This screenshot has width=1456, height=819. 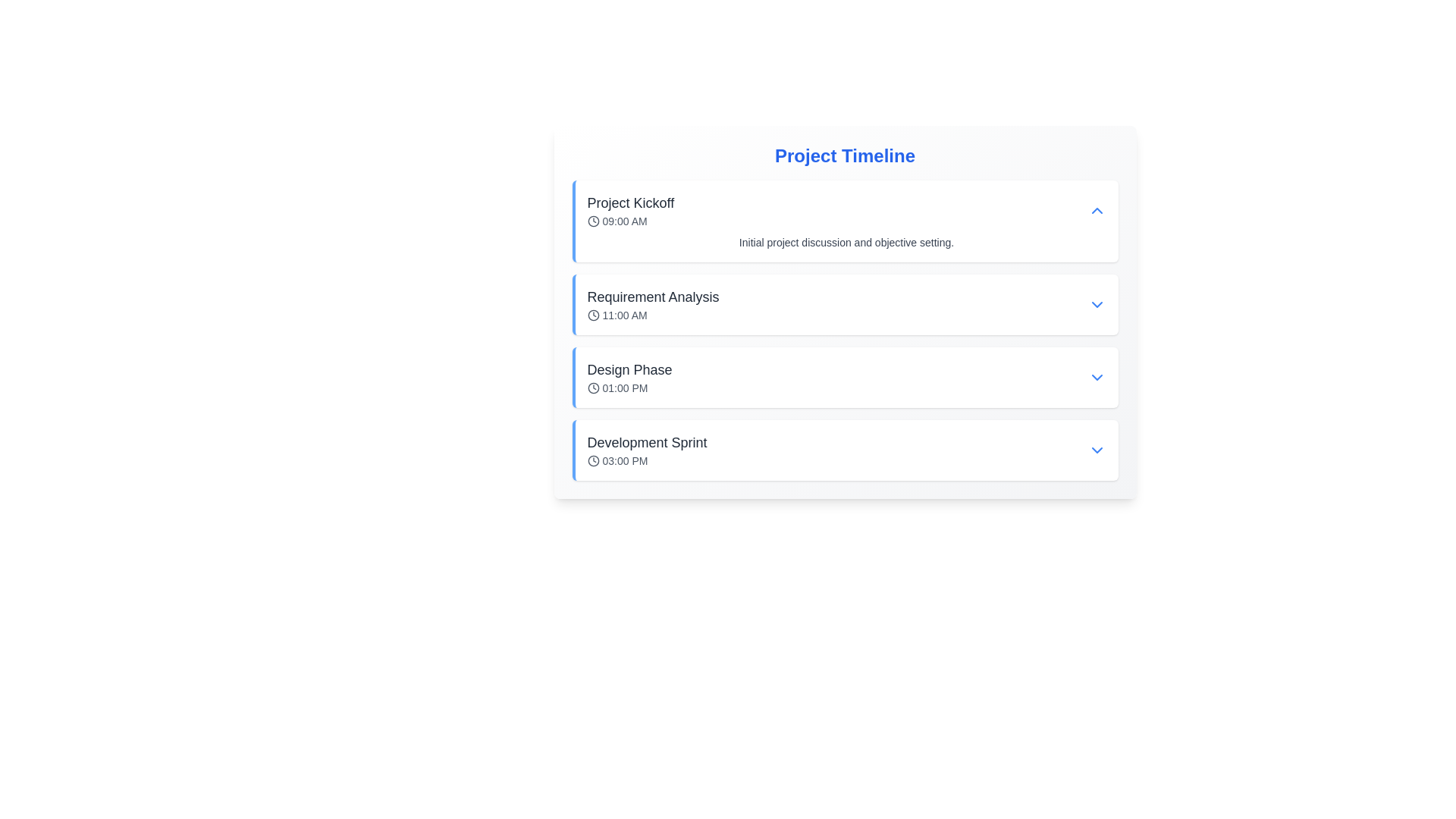 What do you see at coordinates (592, 460) in the screenshot?
I see `the small, circular clock icon located to the left of the text '03:00 PM' in the fourth section under 'Development Sprint'` at bounding box center [592, 460].